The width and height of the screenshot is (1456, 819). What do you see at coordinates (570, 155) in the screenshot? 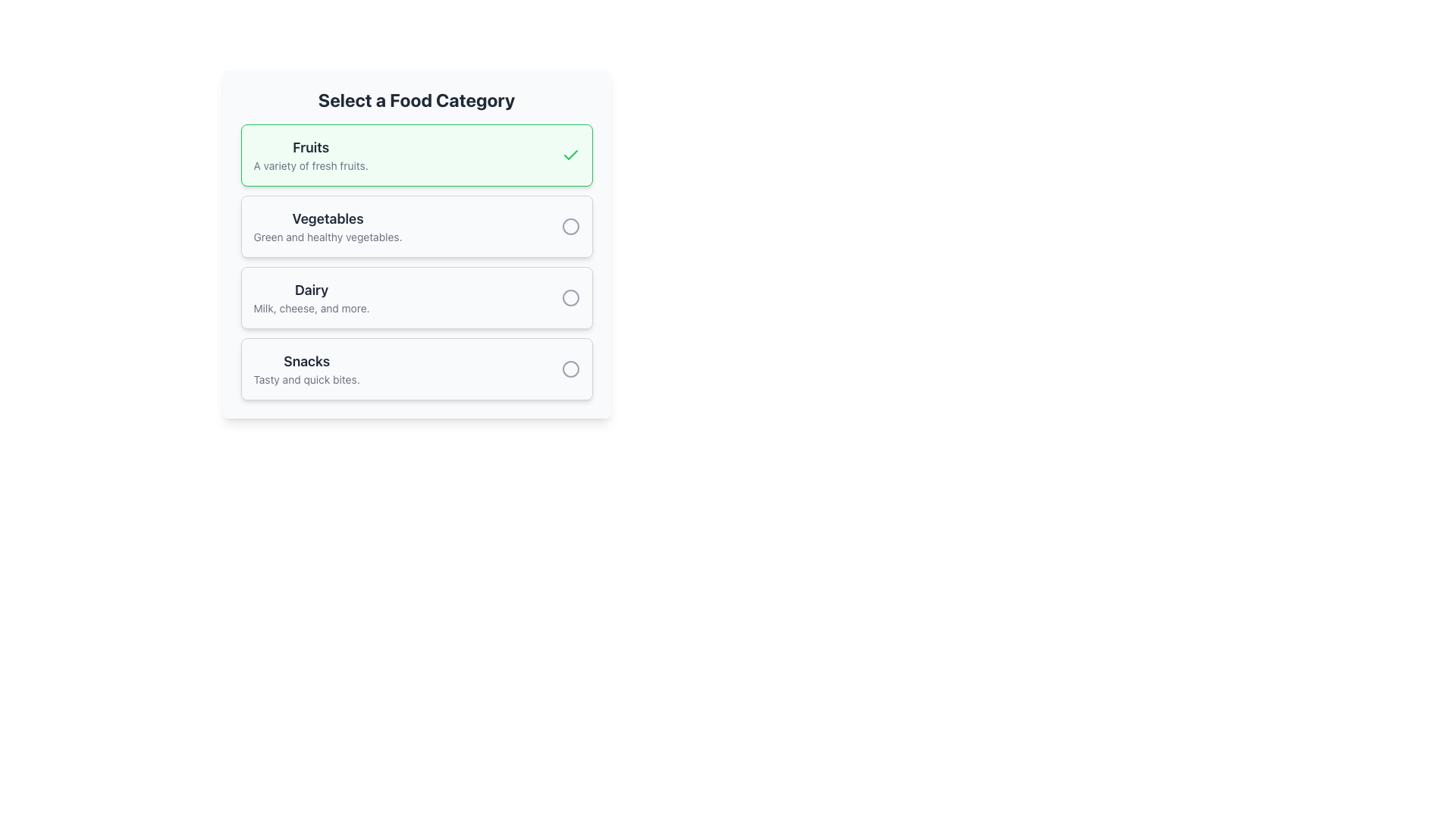
I see `the visual state of the check mark icon indicating that the 'Fruits' option is currently selected from the list of food categories` at bounding box center [570, 155].